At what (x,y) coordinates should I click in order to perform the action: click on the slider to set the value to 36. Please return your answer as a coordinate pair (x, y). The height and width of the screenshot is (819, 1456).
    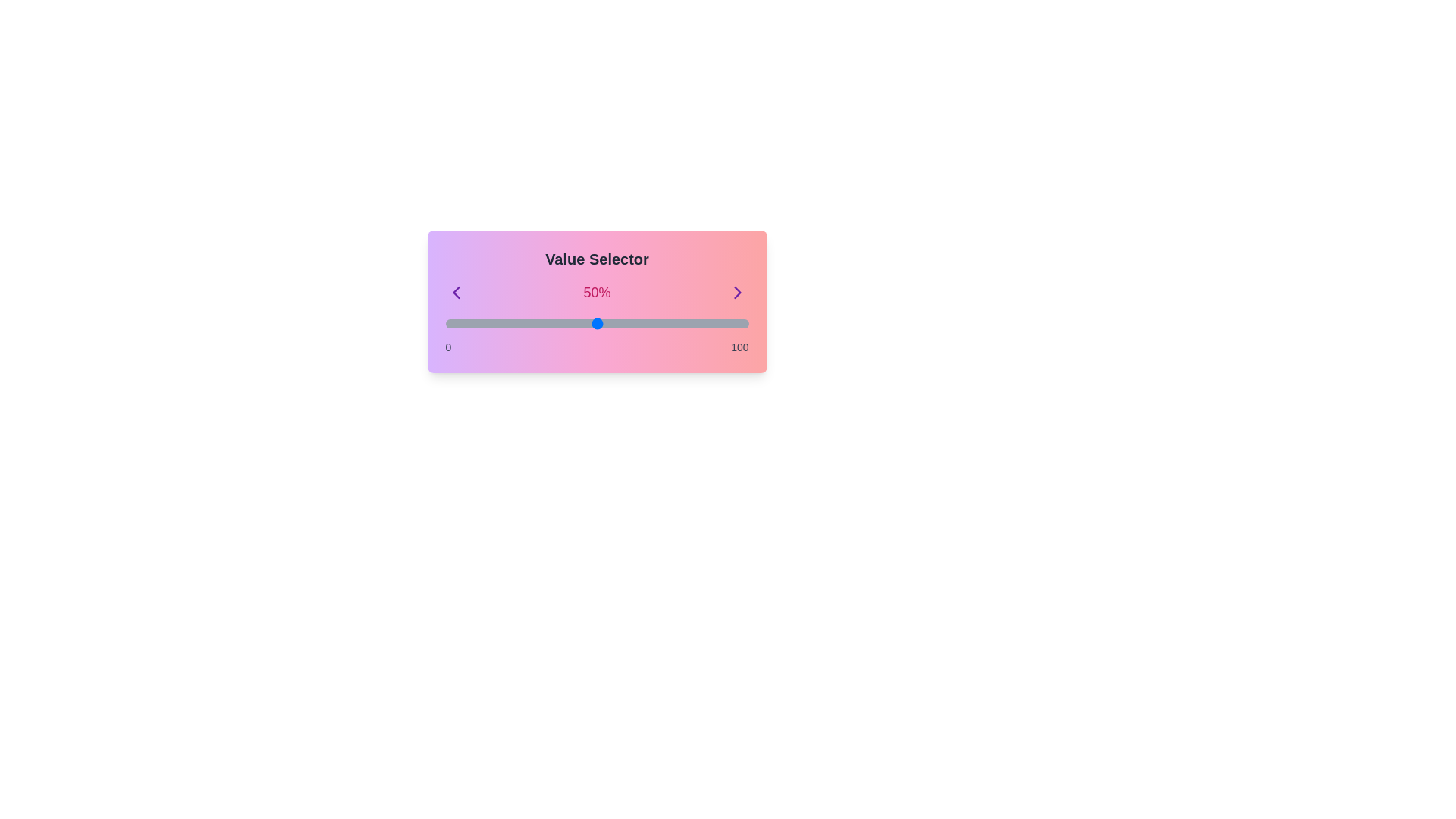
    Looking at the image, I should click on (554, 323).